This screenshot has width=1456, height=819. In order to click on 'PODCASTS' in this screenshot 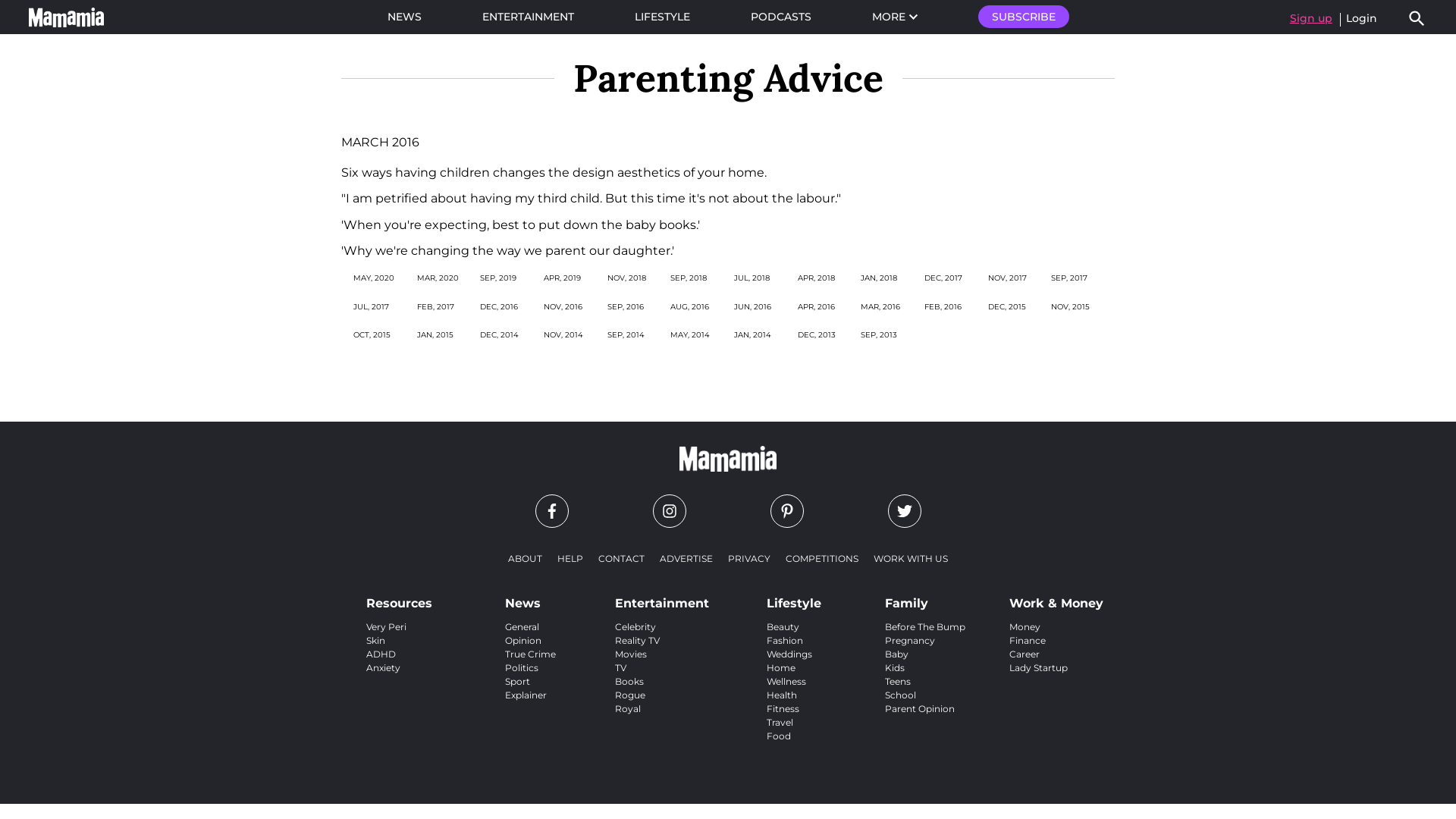, I will do `click(781, 17)`.